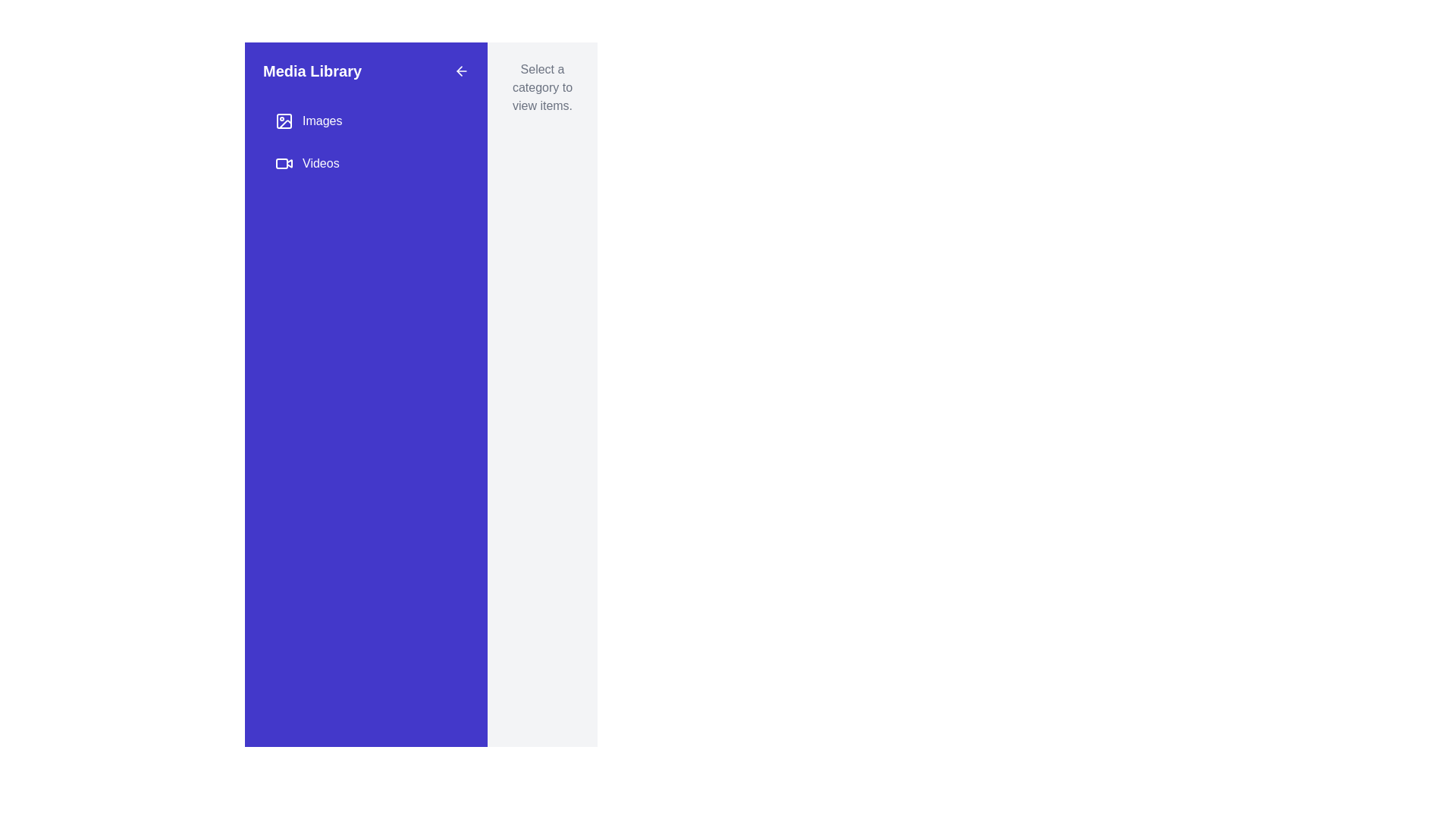 Image resolution: width=1456 pixels, height=819 pixels. I want to click on the button located at the top-right corner of the purple sidebar labeled 'Media Library', so click(461, 71).